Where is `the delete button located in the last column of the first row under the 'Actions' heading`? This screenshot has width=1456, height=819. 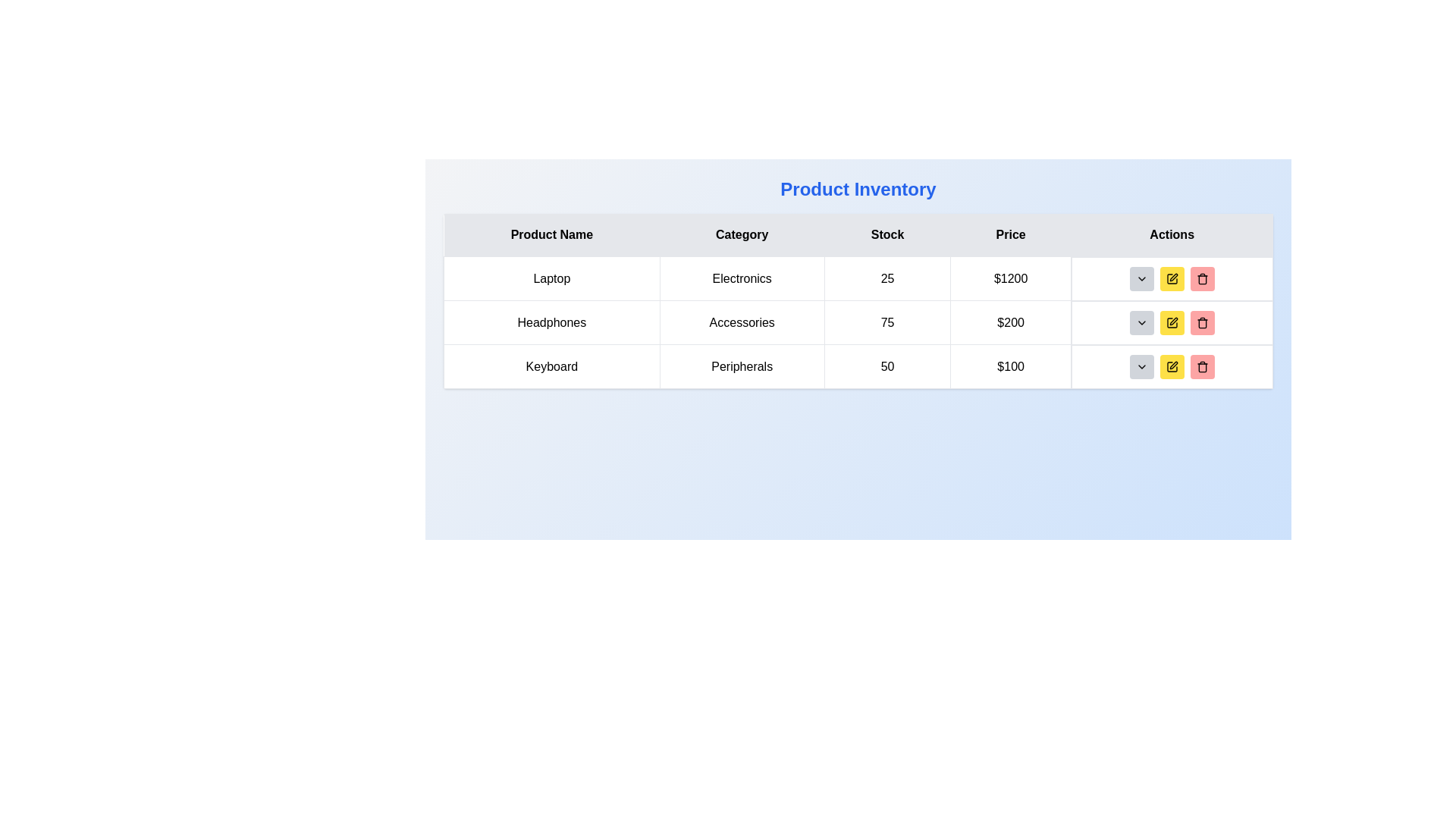 the delete button located in the last column of the first row under the 'Actions' heading is located at coordinates (1201, 278).